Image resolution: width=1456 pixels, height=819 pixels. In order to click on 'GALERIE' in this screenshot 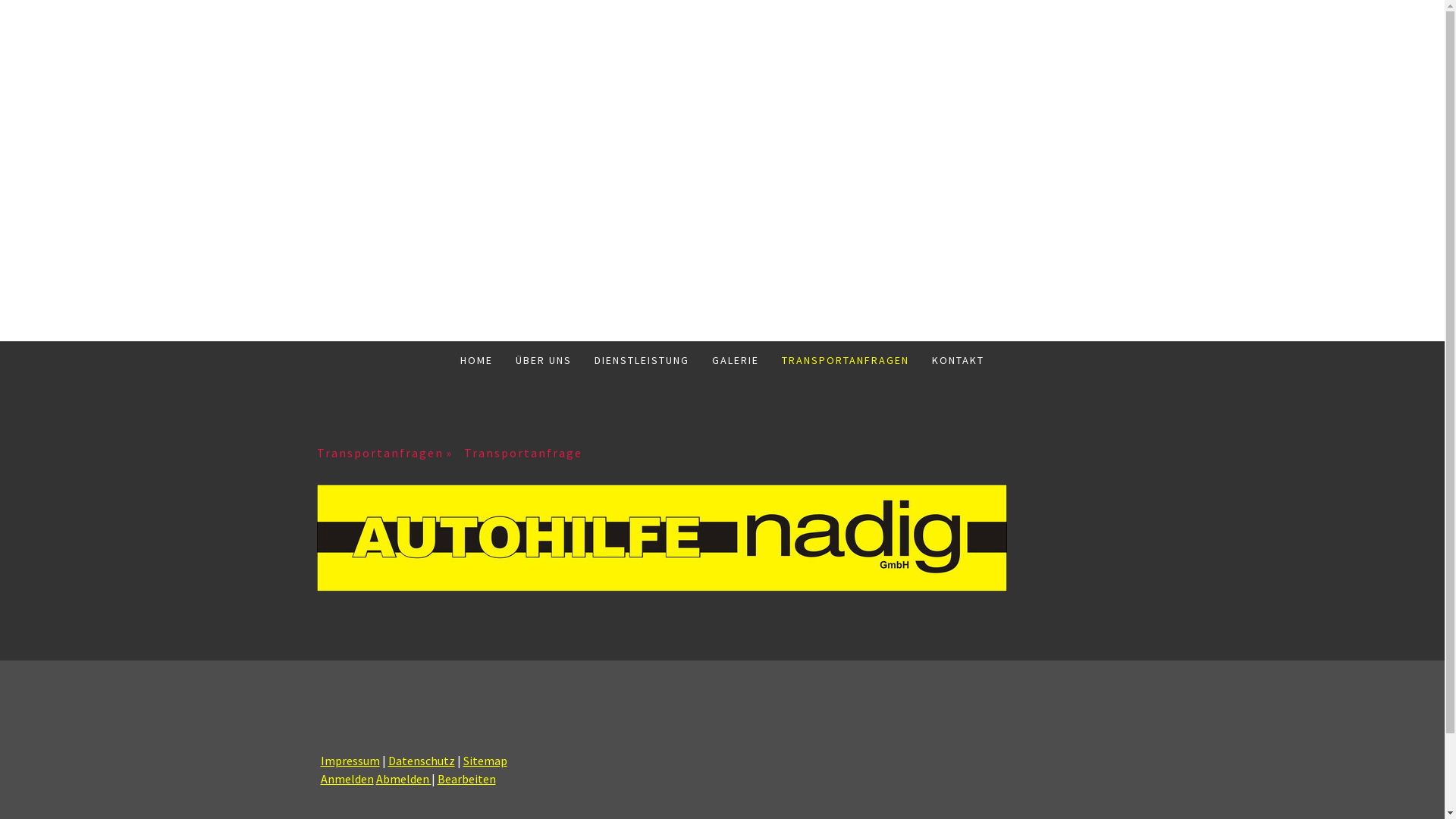, I will do `click(700, 359)`.